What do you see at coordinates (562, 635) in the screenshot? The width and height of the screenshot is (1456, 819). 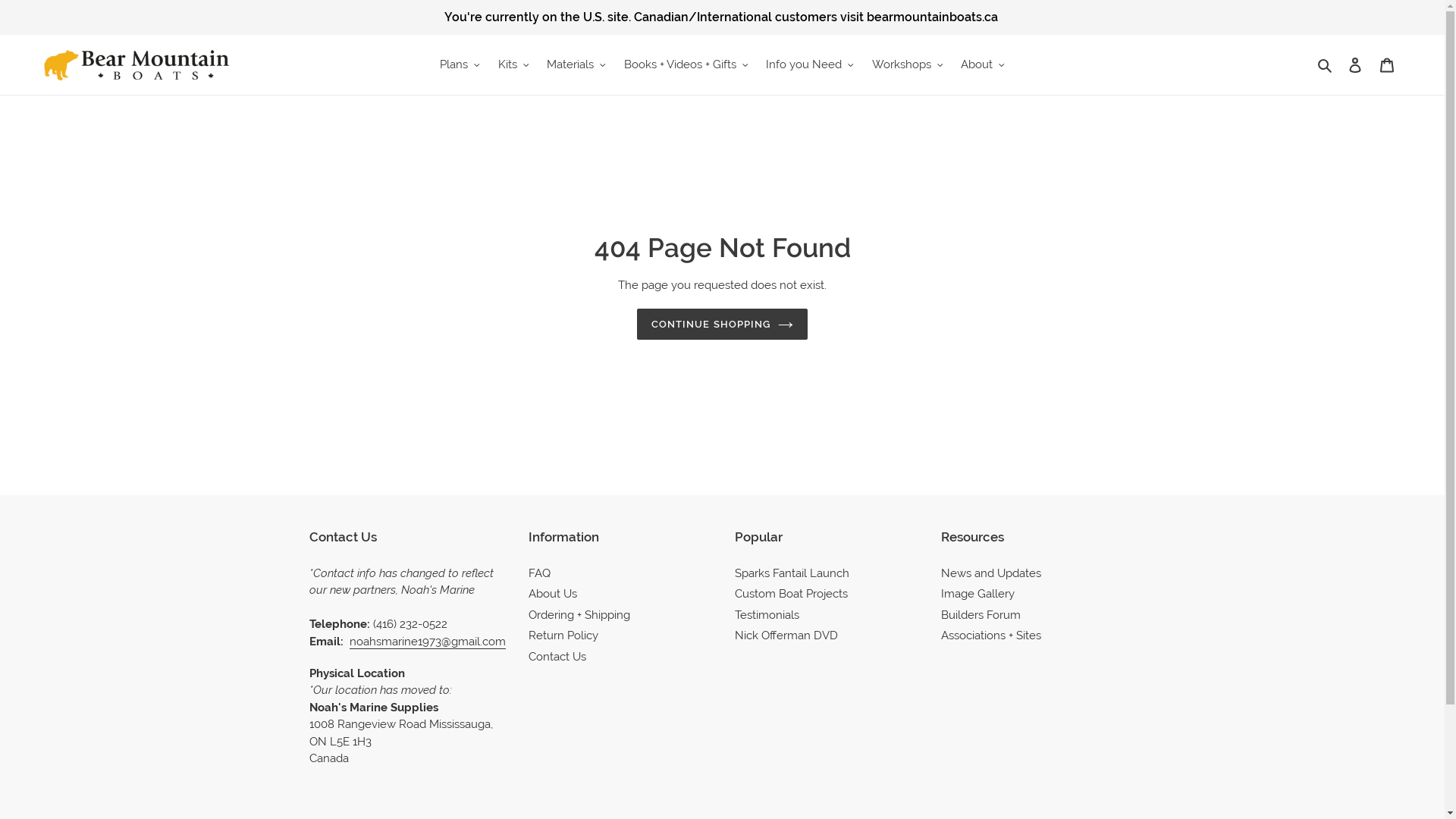 I see `'Return Policy'` at bounding box center [562, 635].